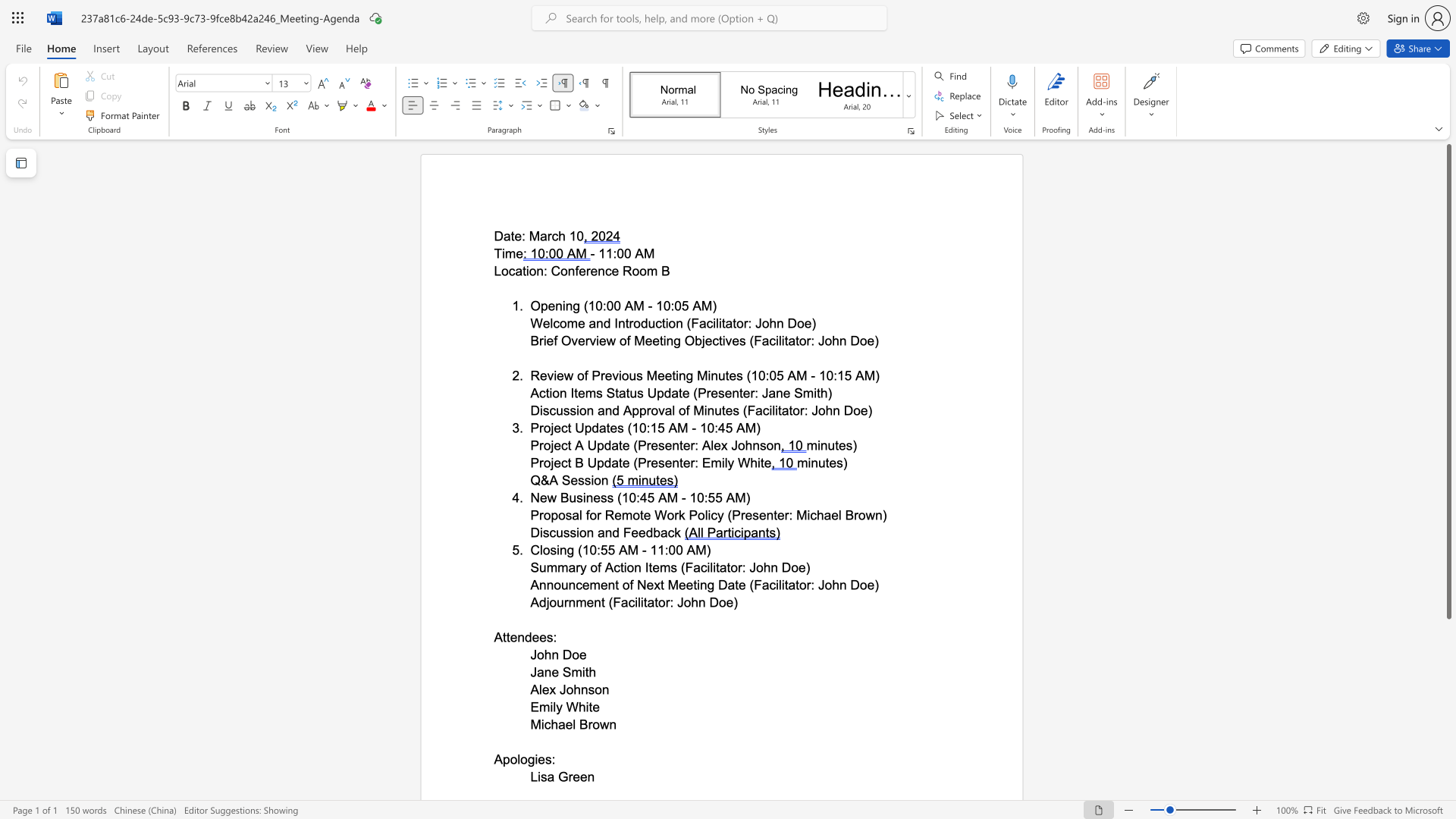 The image size is (1456, 819). What do you see at coordinates (752, 584) in the screenshot?
I see `the 1th character "(" in the text` at bounding box center [752, 584].